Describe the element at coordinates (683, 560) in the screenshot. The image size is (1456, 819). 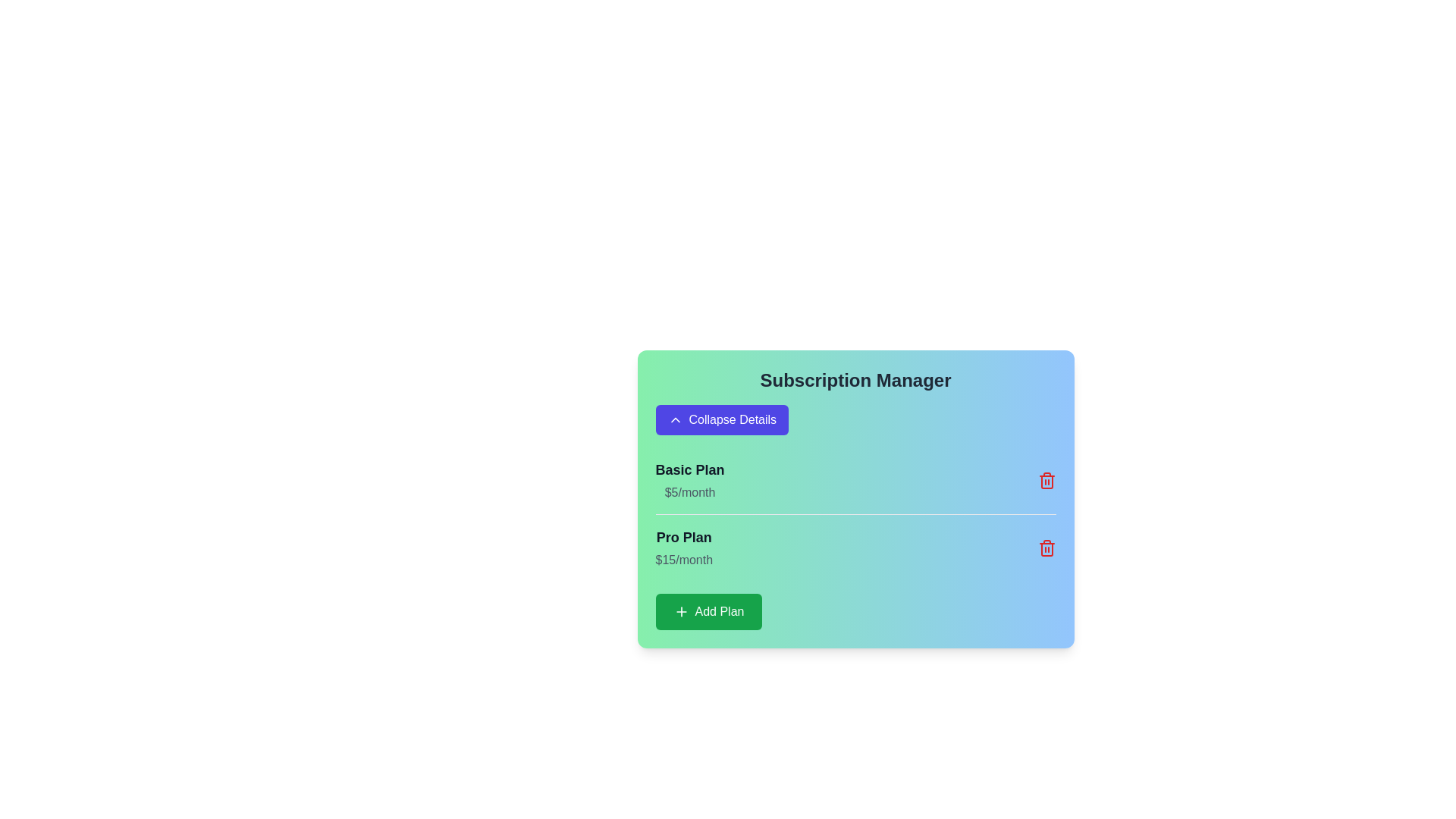
I see `the descriptive label indicating the cost associated with the 'Pro Plan' subscription tier, located below the 'Pro Plan' text in the 'Subscription Manager' layout` at that location.